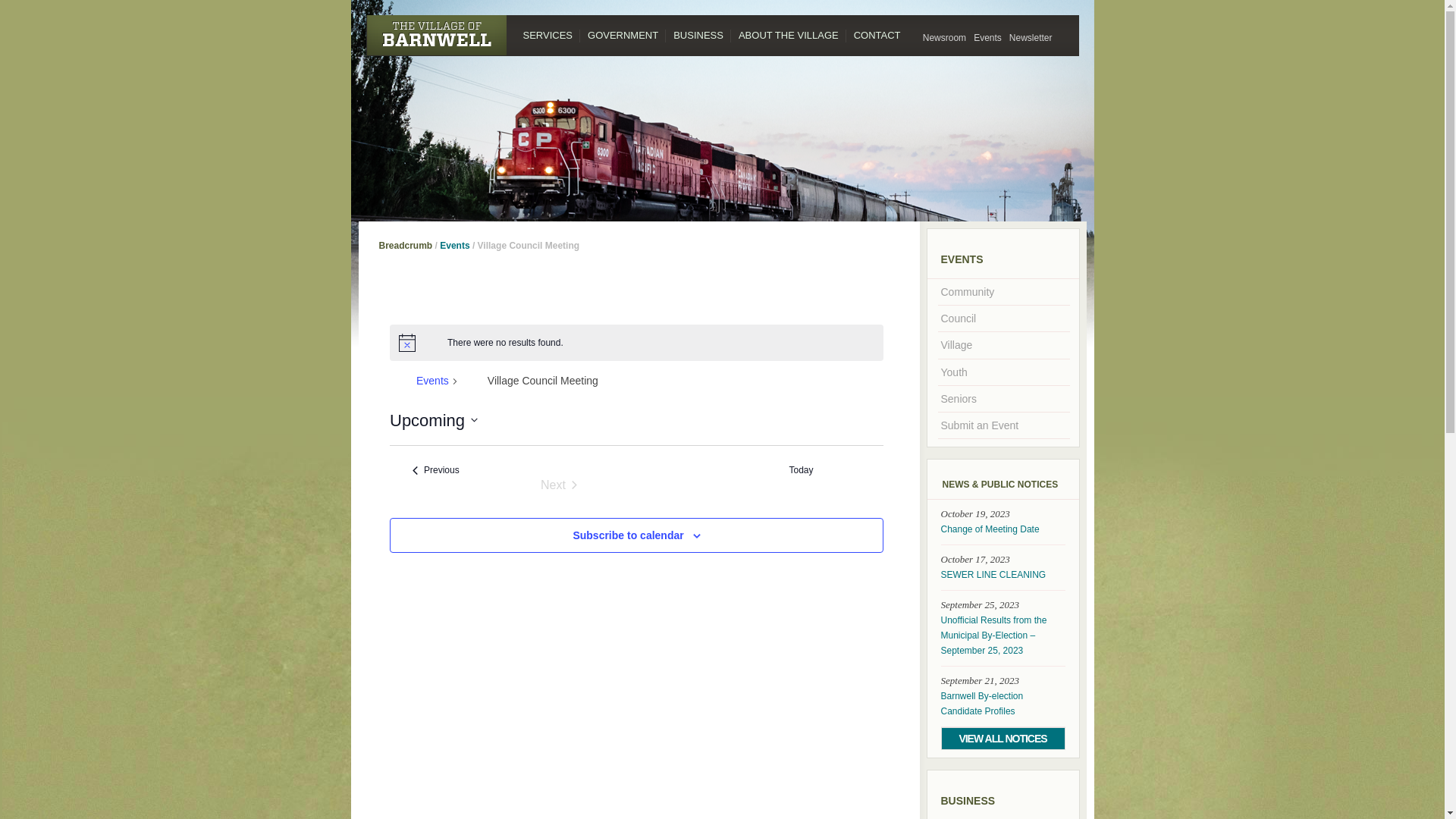 The height and width of the screenshot is (819, 1456). What do you see at coordinates (1002, 318) in the screenshot?
I see `'Council'` at bounding box center [1002, 318].